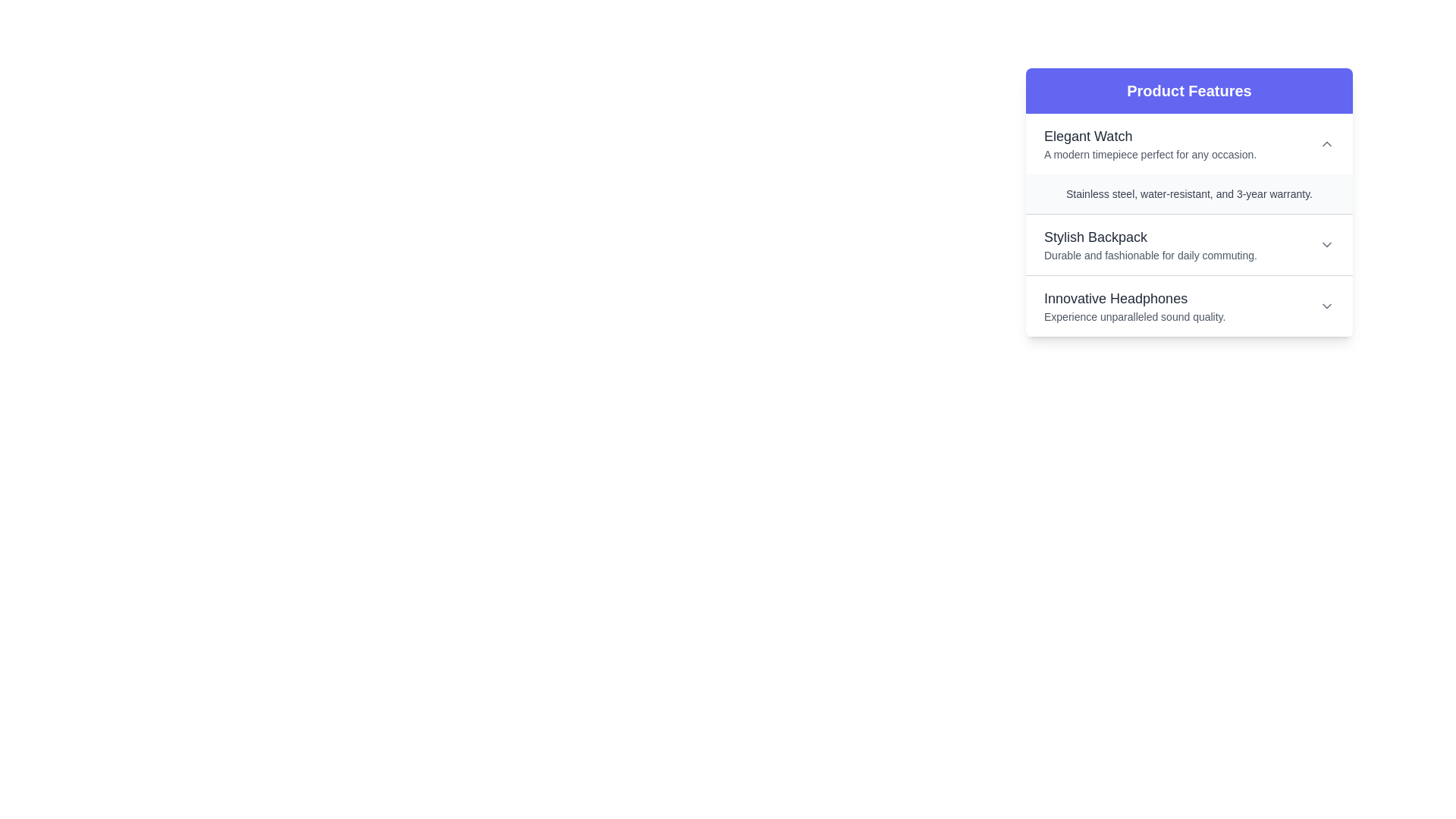 This screenshot has height=819, width=1456. Describe the element at coordinates (1188, 244) in the screenshot. I see `the collapsible list item titled 'Stylish Backpack'` at that location.